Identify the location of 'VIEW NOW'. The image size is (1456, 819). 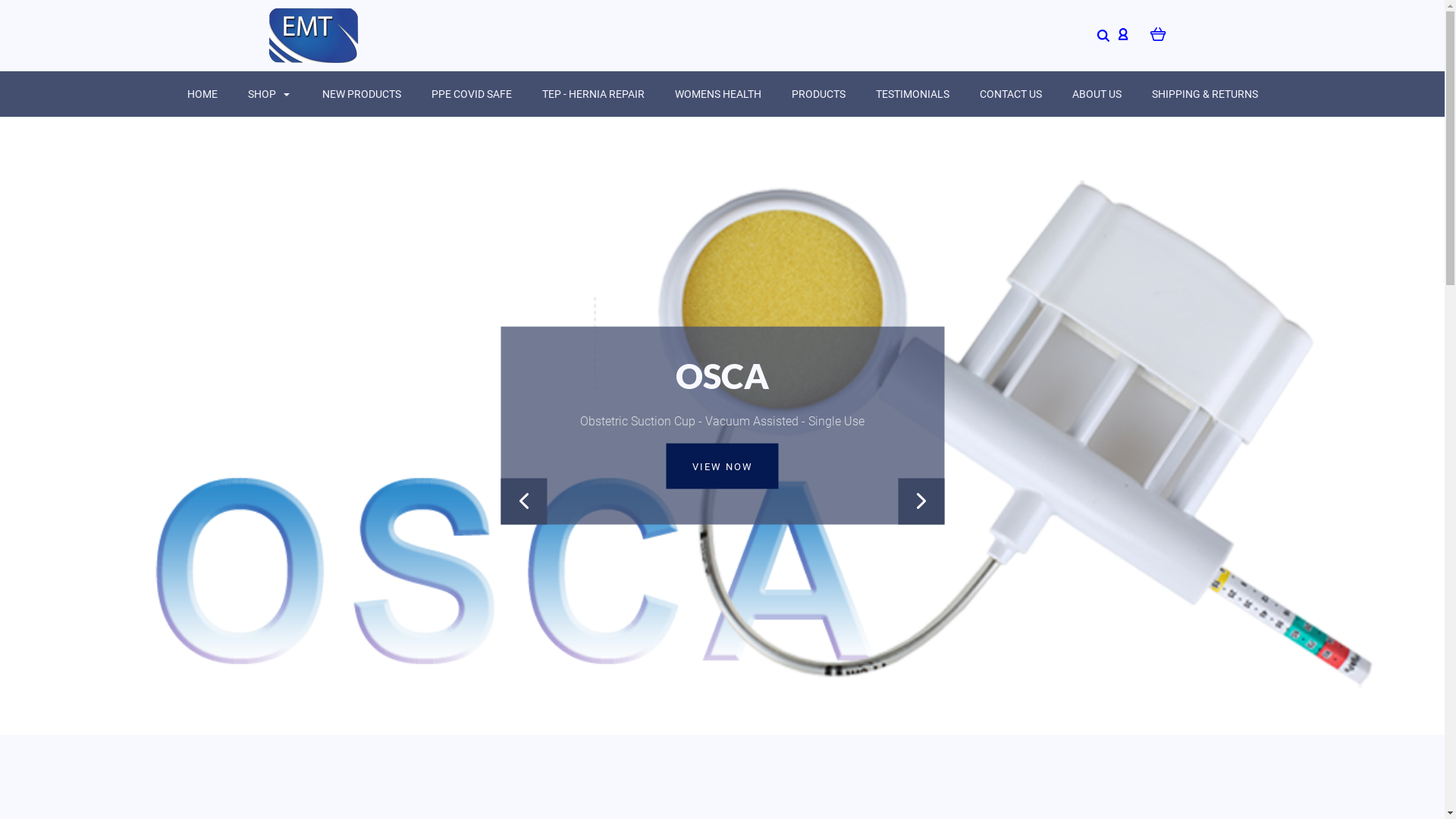
(720, 466).